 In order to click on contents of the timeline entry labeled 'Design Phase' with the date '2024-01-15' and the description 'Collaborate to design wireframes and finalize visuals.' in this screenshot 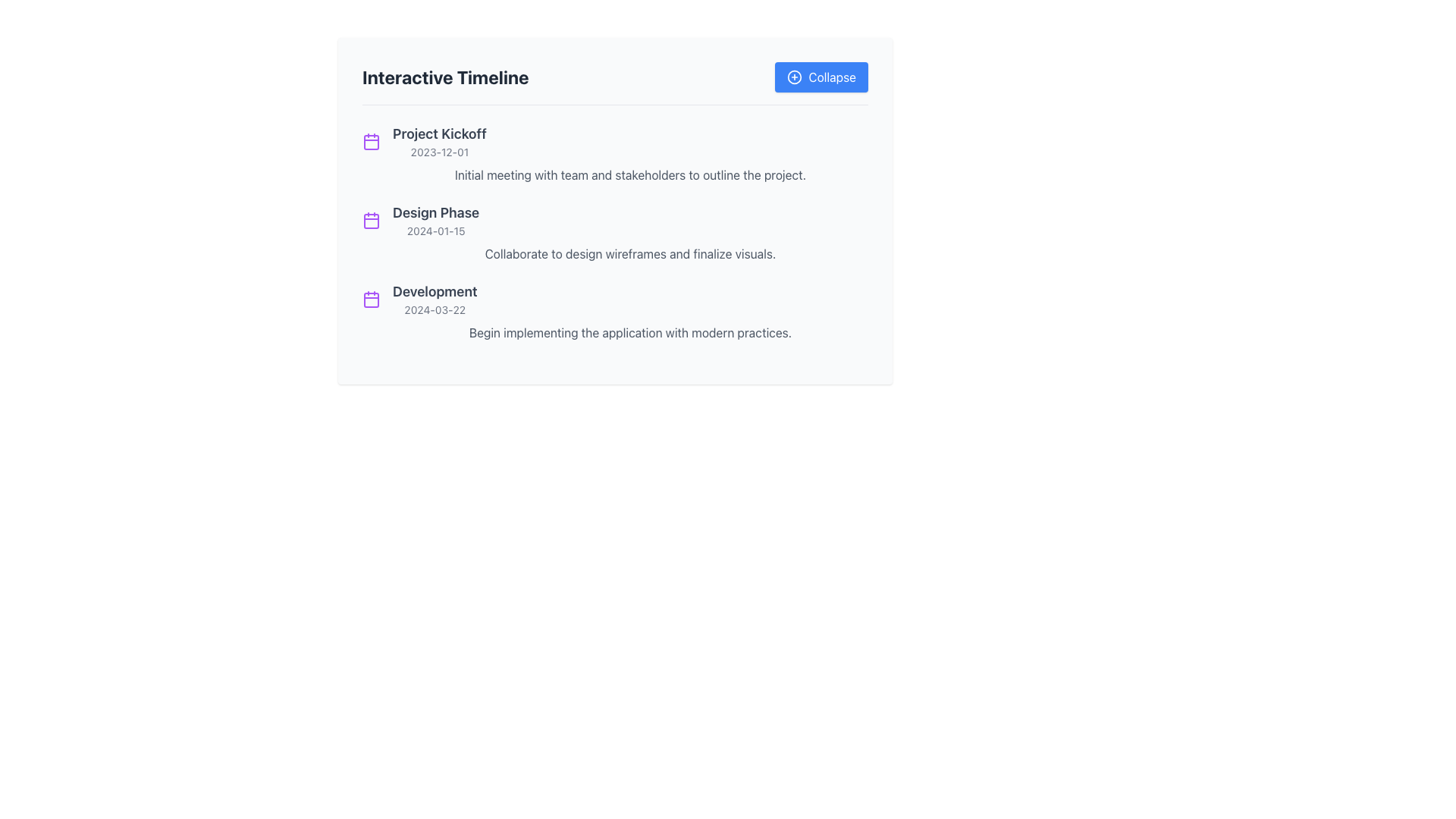, I will do `click(615, 233)`.